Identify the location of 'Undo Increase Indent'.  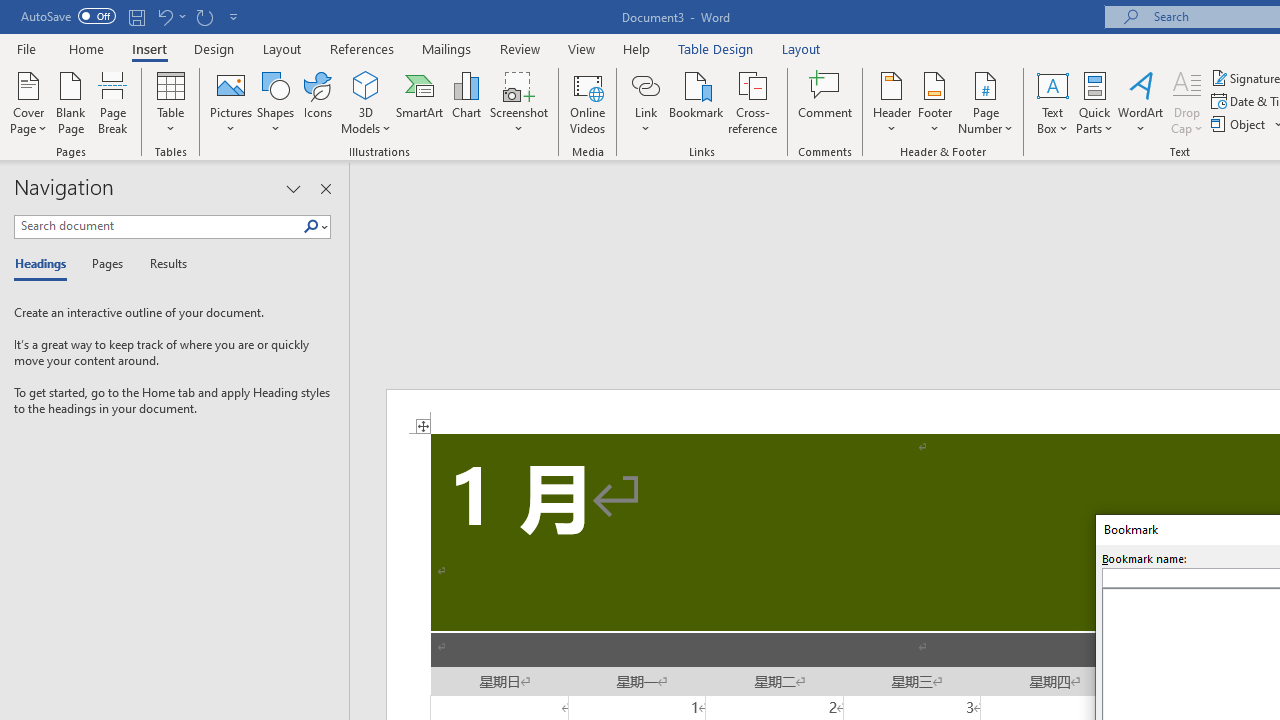
(164, 16).